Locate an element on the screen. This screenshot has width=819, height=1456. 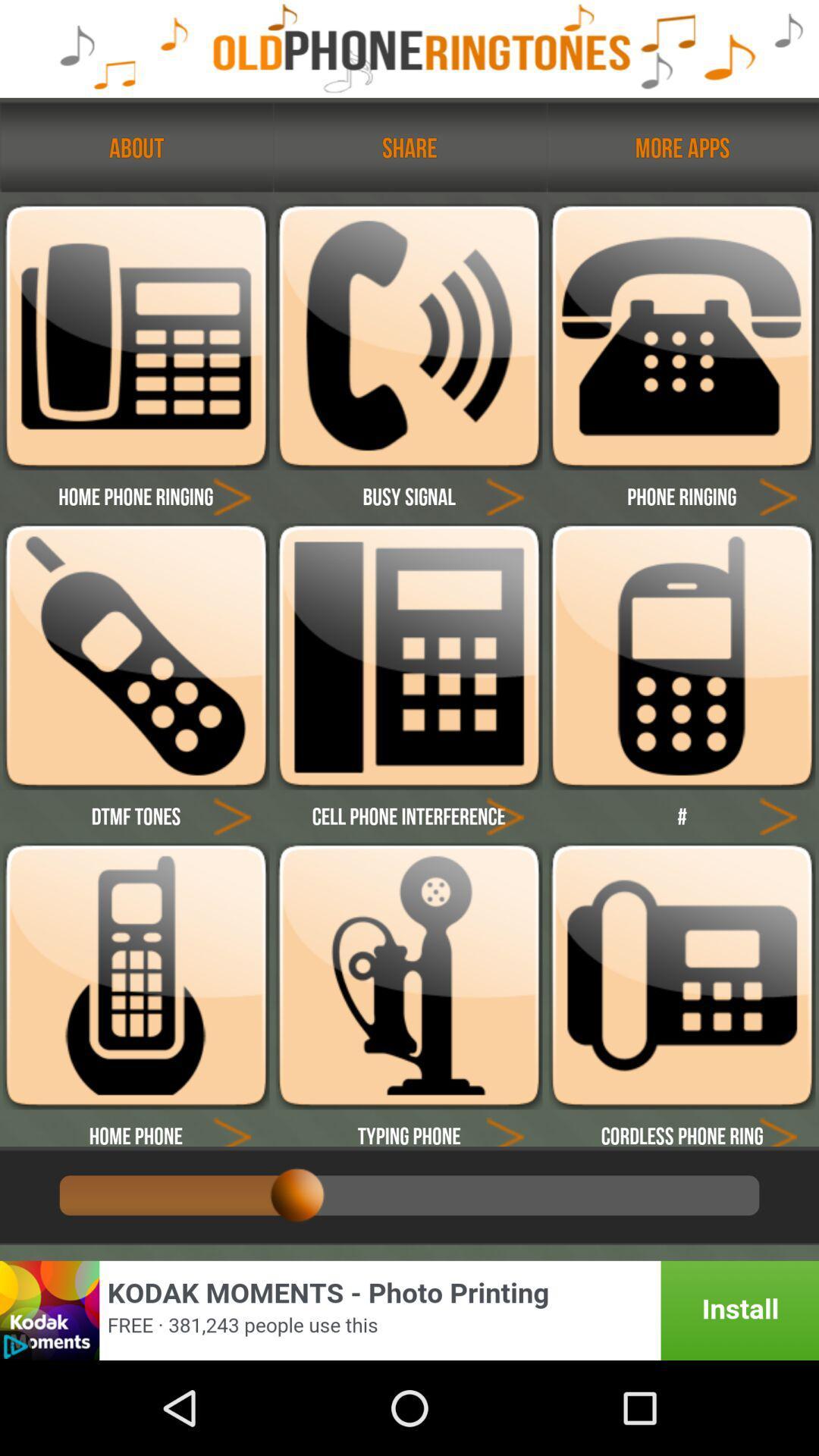
play is located at coordinates (505, 1128).